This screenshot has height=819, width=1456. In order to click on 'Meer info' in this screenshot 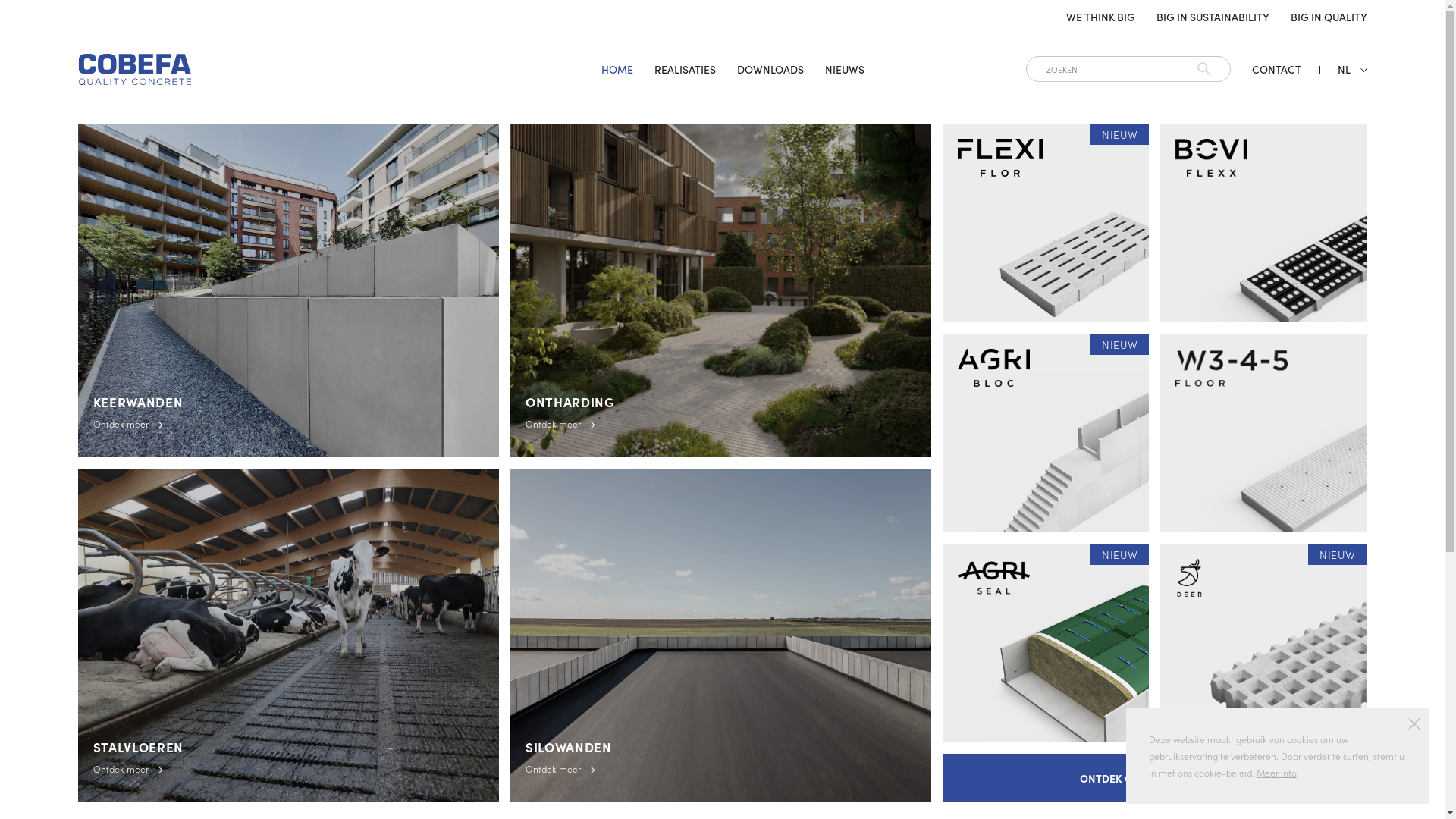, I will do `click(1276, 772)`.